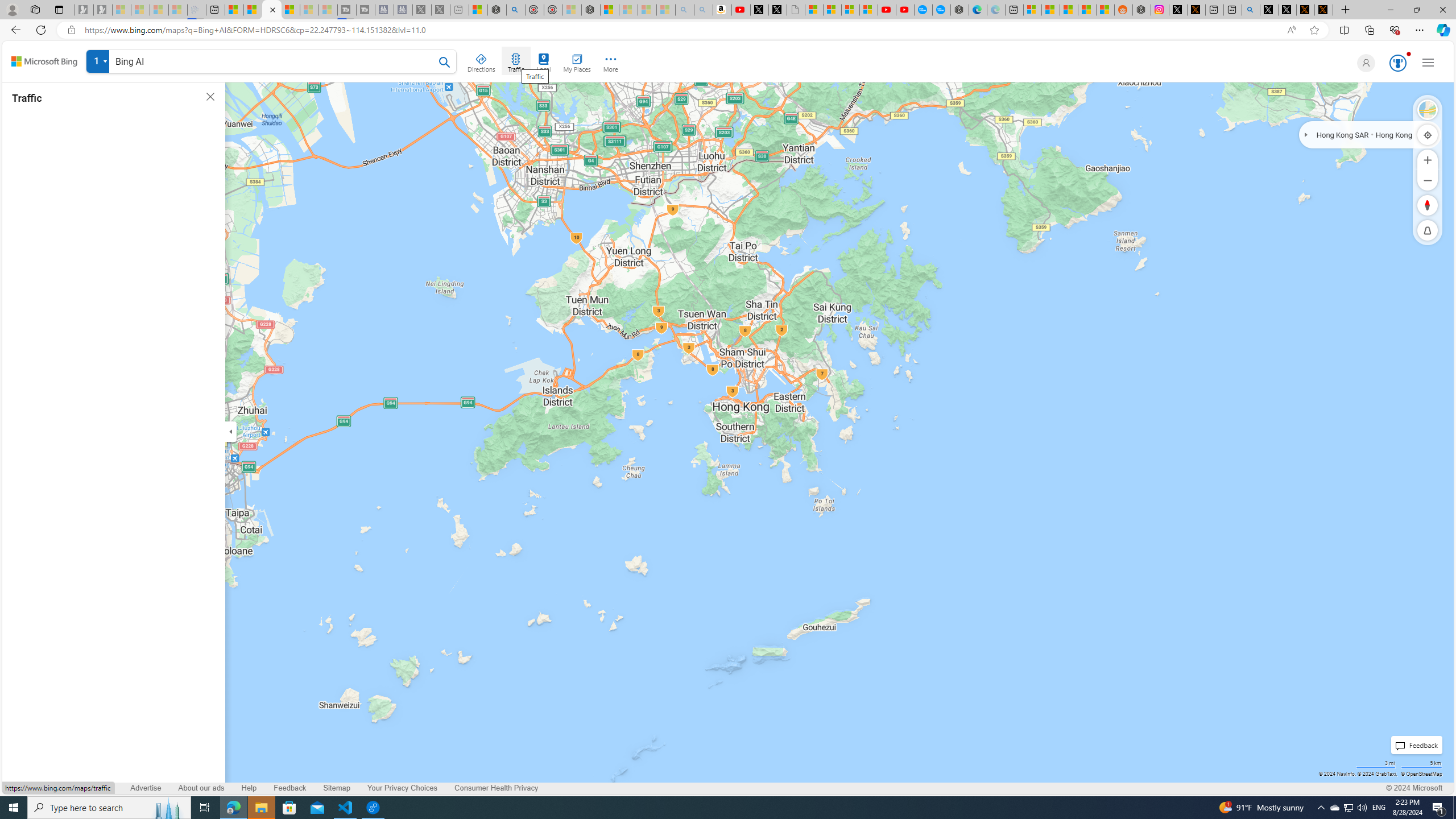  Describe the element at coordinates (610, 61) in the screenshot. I see `'More'` at that location.